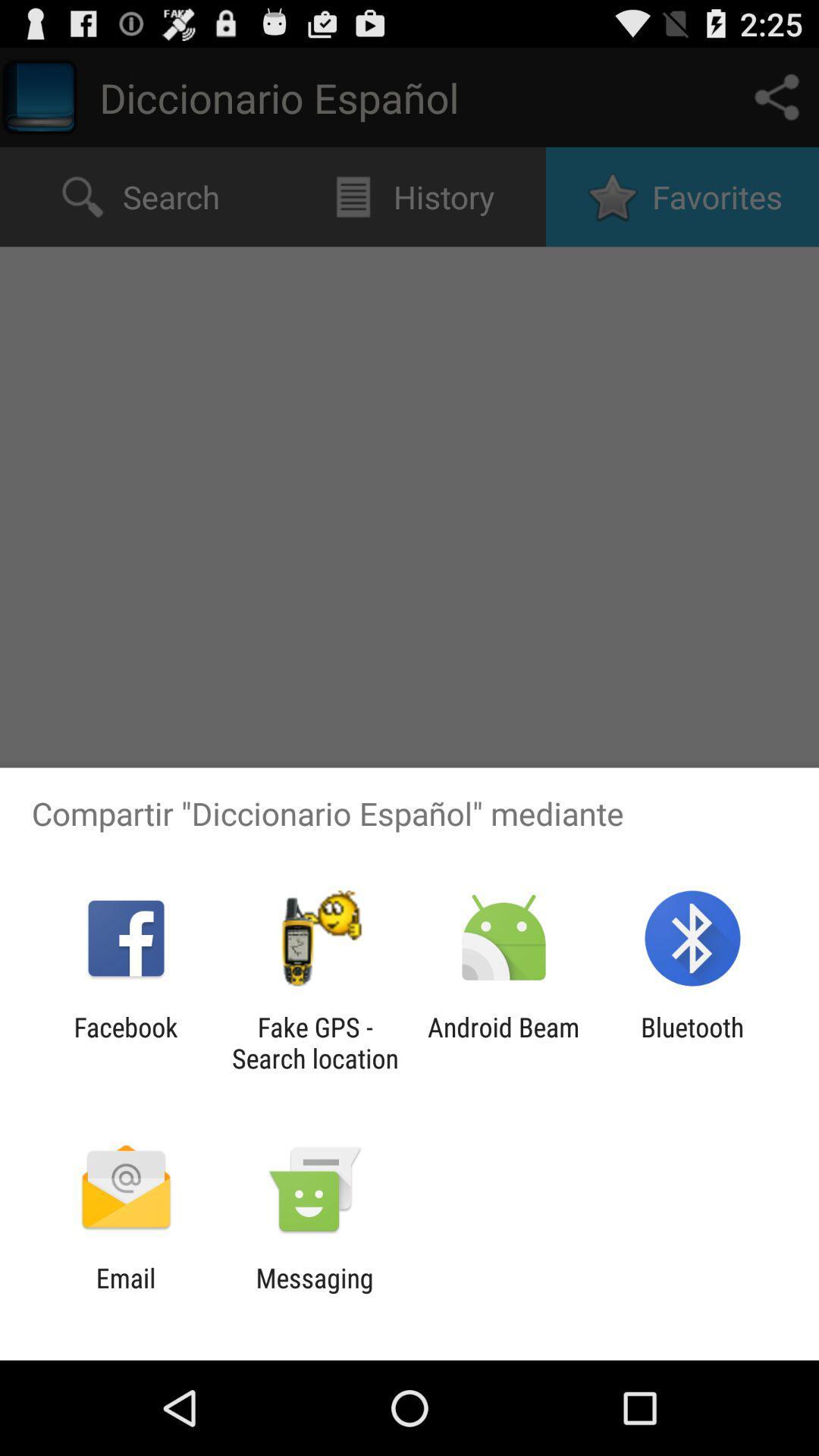 This screenshot has height=1456, width=819. Describe the element at coordinates (504, 1042) in the screenshot. I see `item next to the fake gps search` at that location.